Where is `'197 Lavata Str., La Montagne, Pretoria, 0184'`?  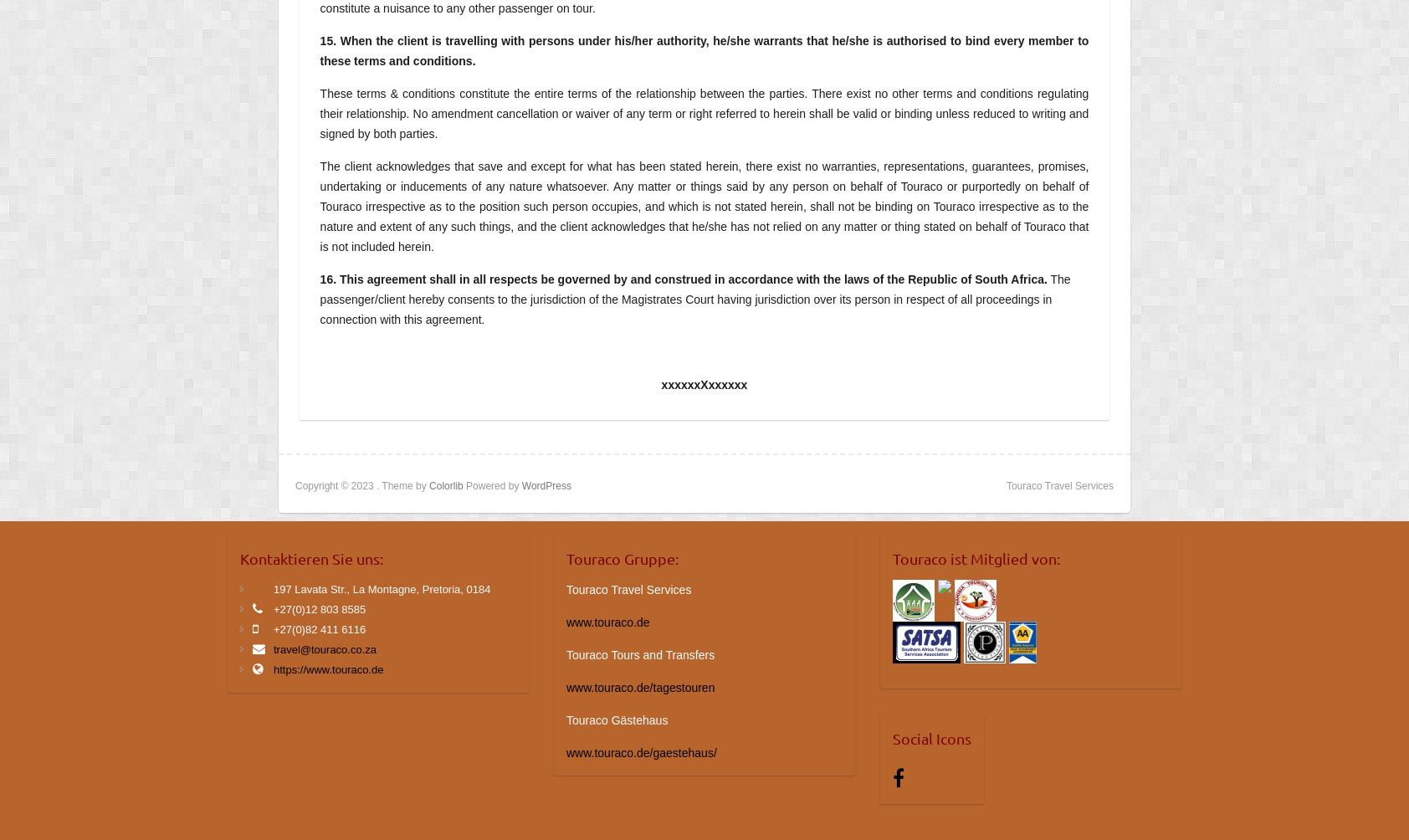
'197 Lavata Str., La Montagne, Pretoria, 0184' is located at coordinates (381, 587).